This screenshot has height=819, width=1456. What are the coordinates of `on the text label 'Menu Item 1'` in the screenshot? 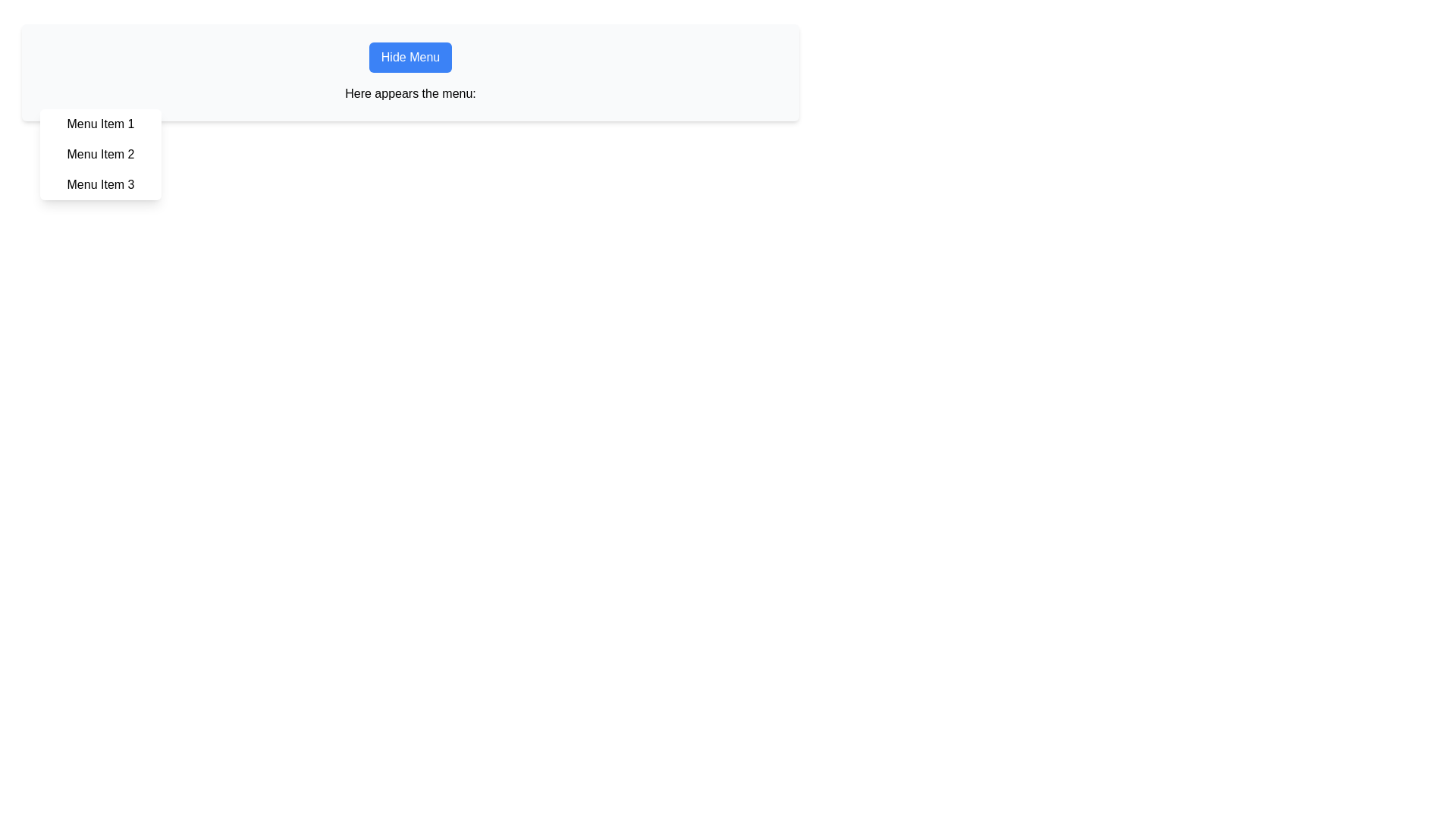 It's located at (100, 124).